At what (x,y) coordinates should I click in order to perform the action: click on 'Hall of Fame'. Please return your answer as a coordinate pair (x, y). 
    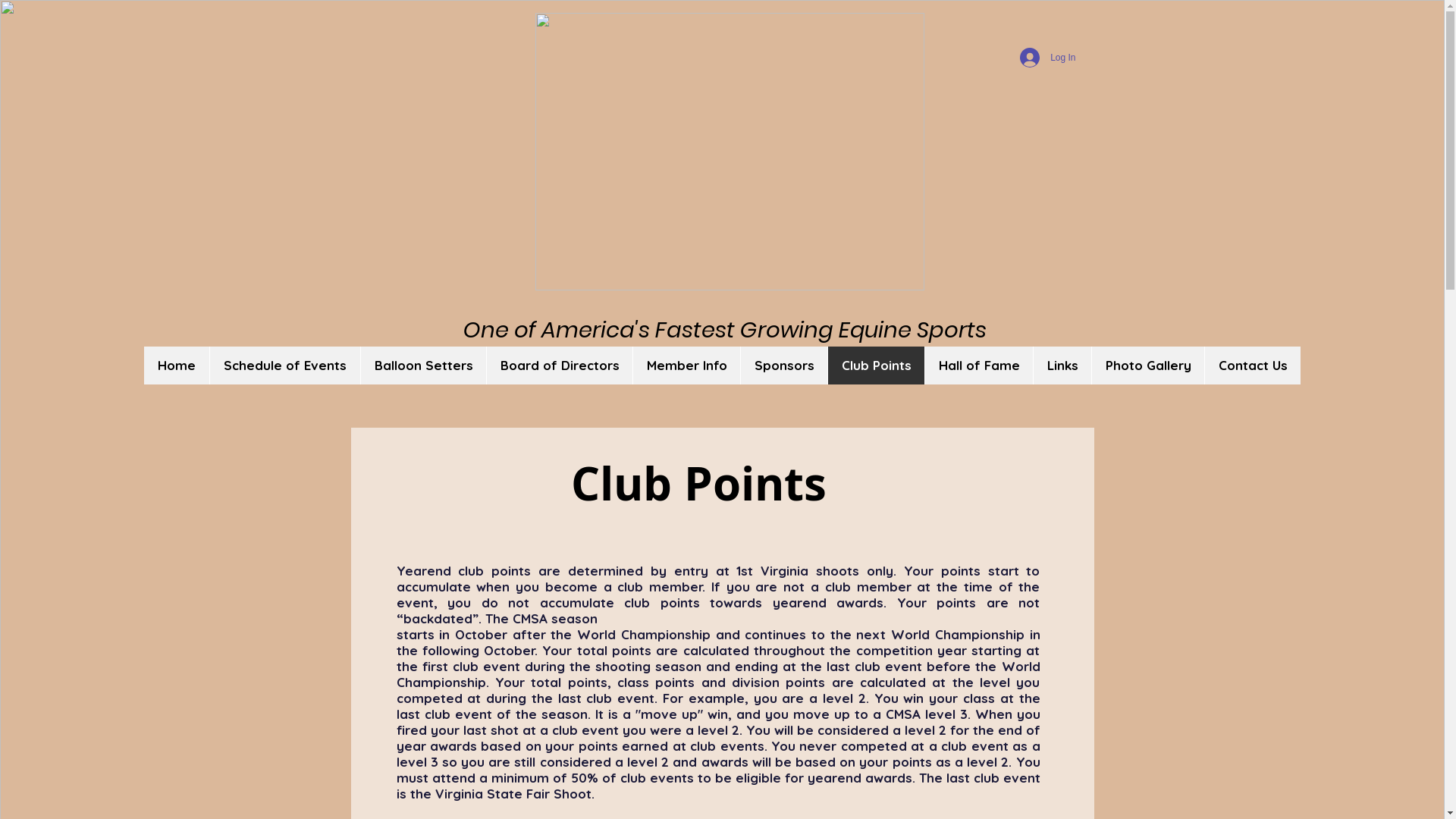
    Looking at the image, I should click on (978, 366).